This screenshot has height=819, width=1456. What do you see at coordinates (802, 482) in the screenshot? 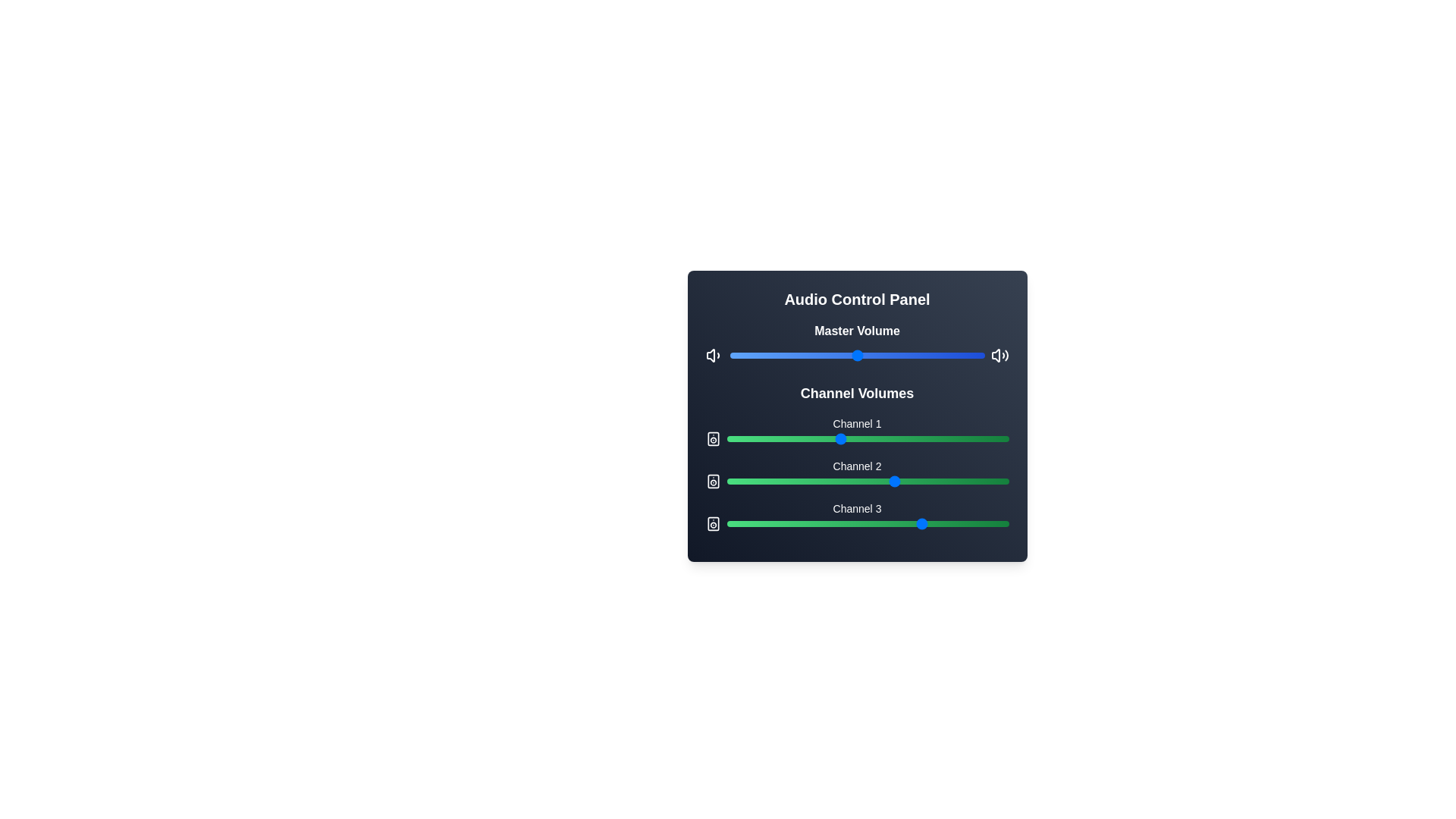
I see `the slider value` at bounding box center [802, 482].